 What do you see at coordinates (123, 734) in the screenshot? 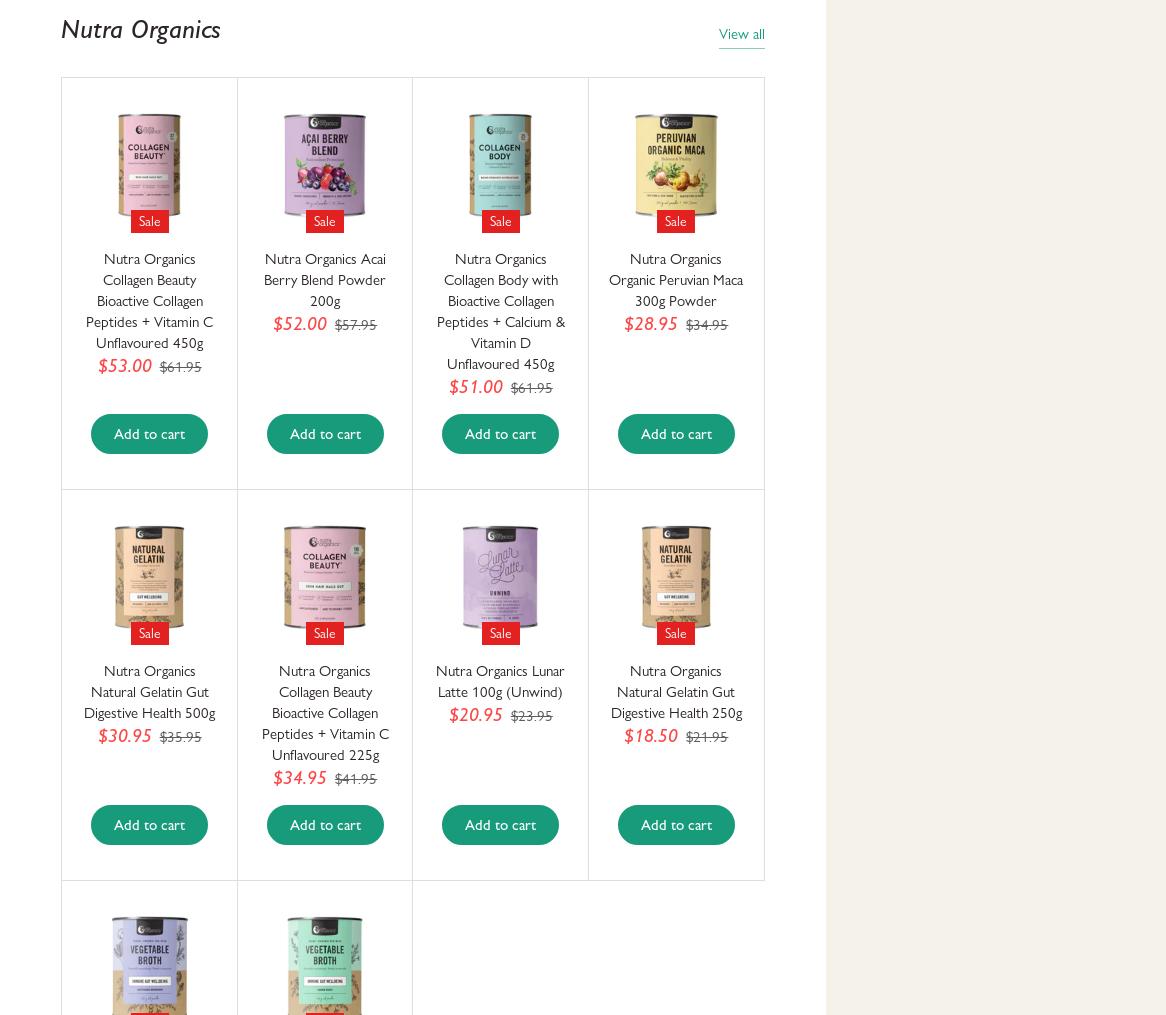
I see `'$30.95'` at bounding box center [123, 734].